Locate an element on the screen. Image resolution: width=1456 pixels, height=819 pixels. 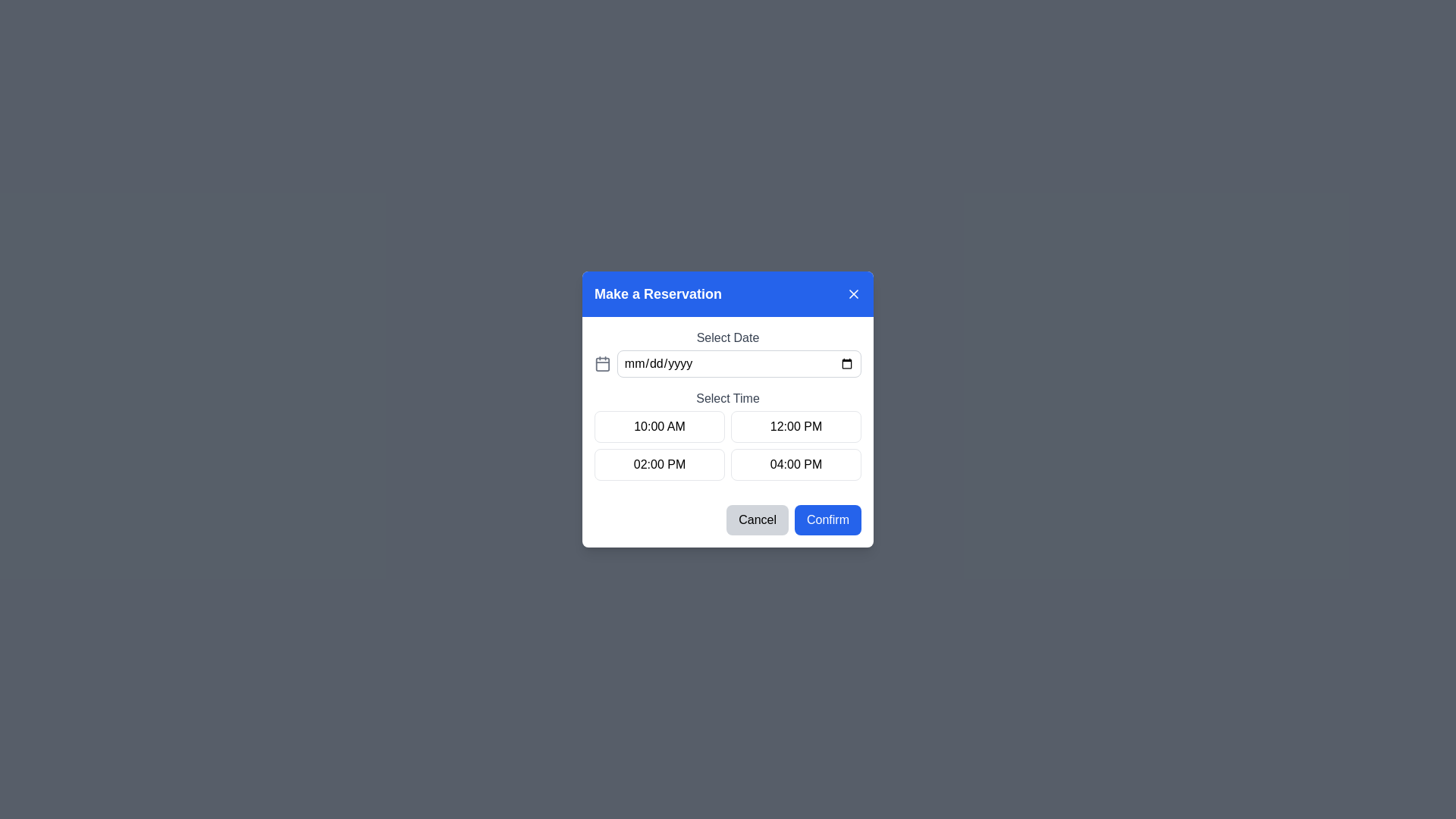
the button displaying '12:00 PM' which is located in the top-right cell of the time selection grid in the 'Select Time' section of the reservation dialog is located at coordinates (795, 427).